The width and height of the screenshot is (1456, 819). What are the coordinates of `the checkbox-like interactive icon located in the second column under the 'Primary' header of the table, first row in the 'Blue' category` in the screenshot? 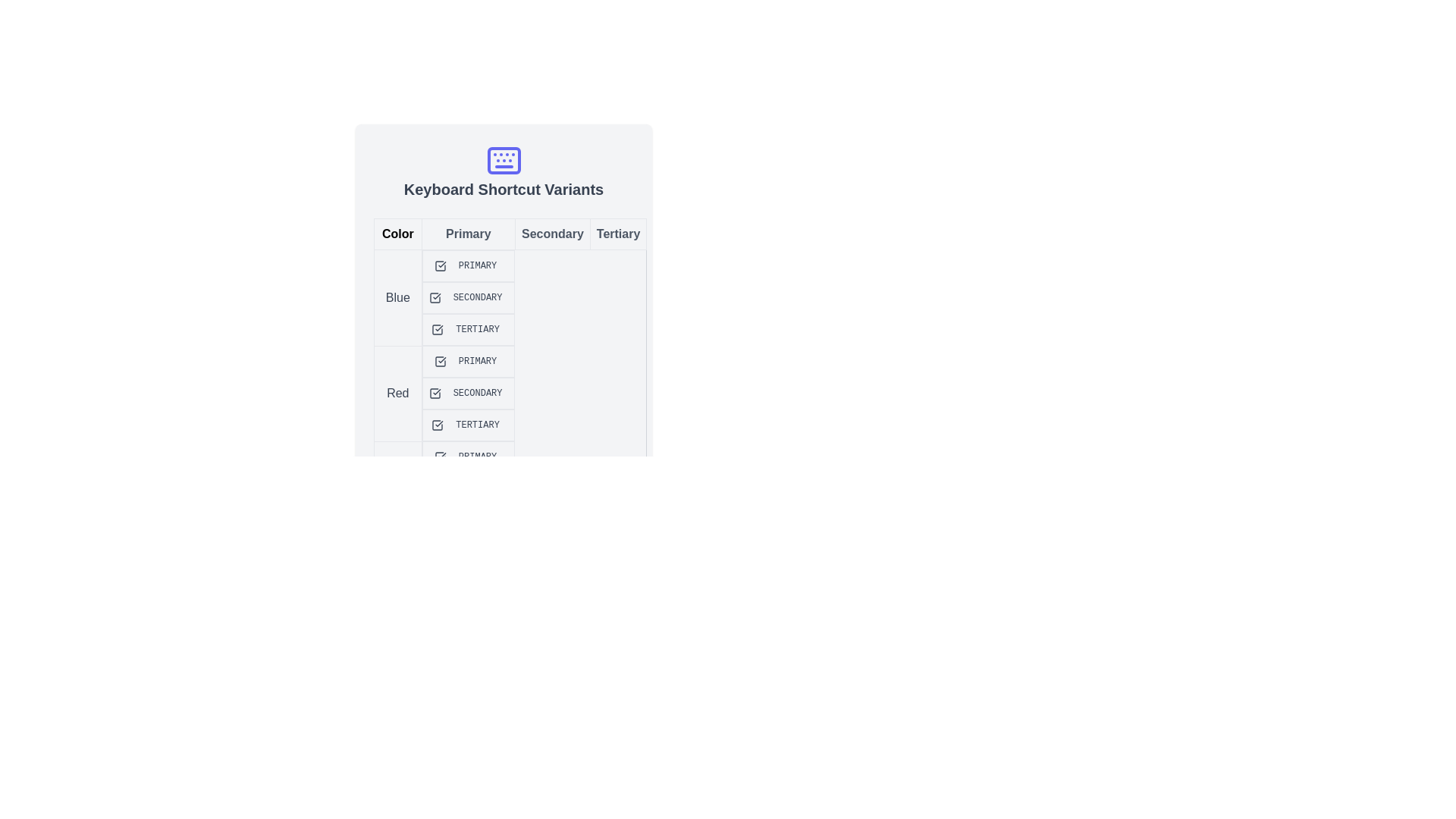 It's located at (439, 265).